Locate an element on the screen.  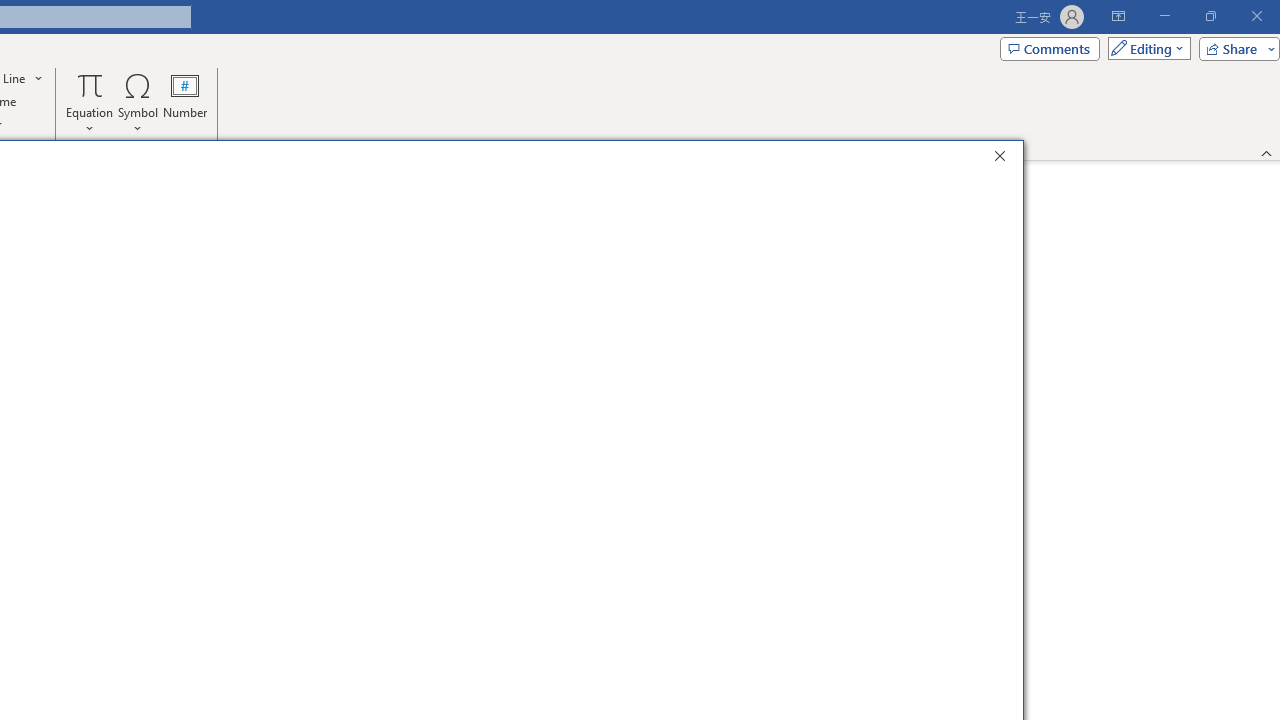
'Equation' is located at coordinates (89, 103).